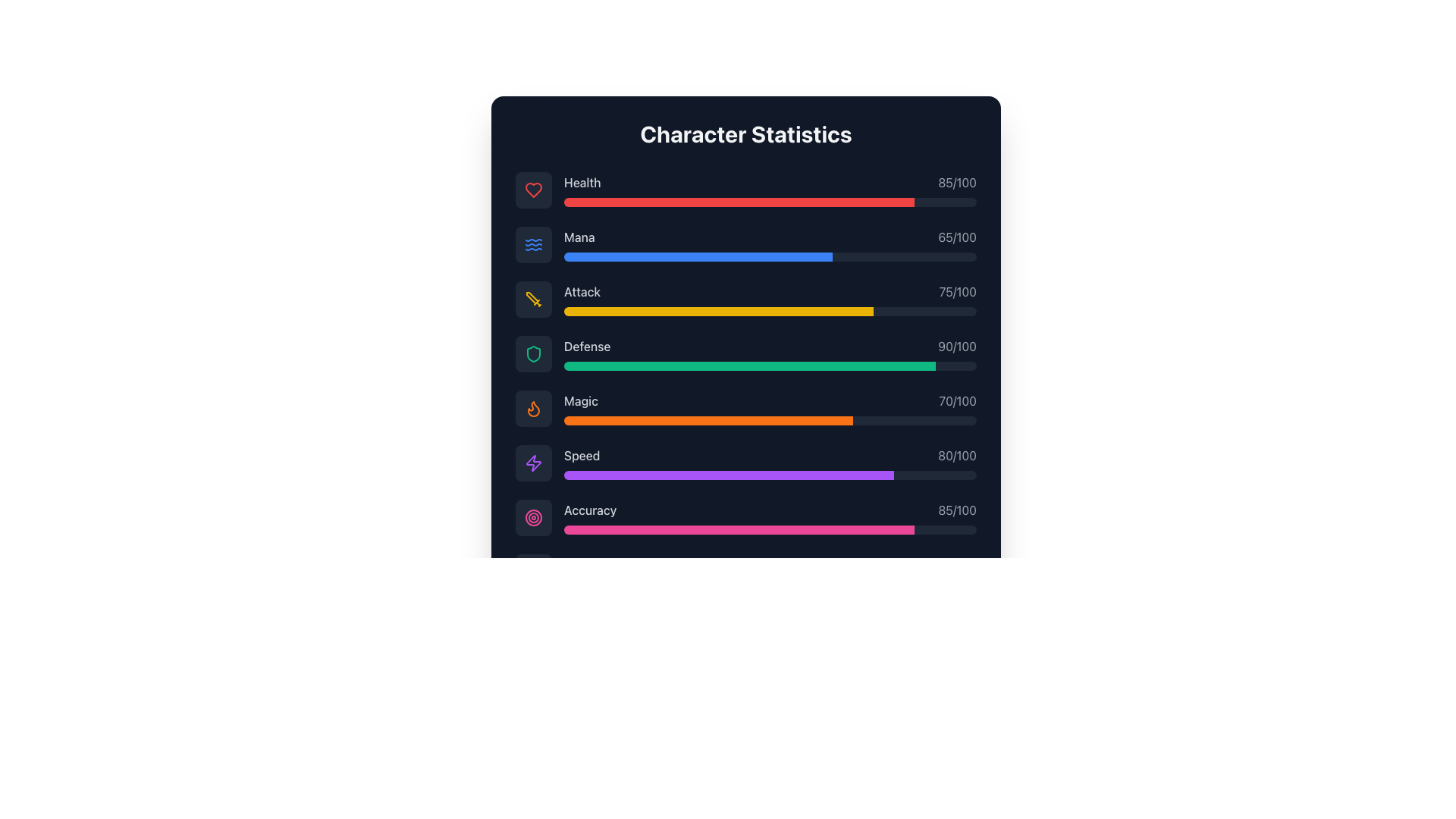  What do you see at coordinates (739, 529) in the screenshot?
I see `the visual representation of the filled area of the progress bar indicating 85% completion for the 'Accuracy' metric in the character statistics` at bounding box center [739, 529].